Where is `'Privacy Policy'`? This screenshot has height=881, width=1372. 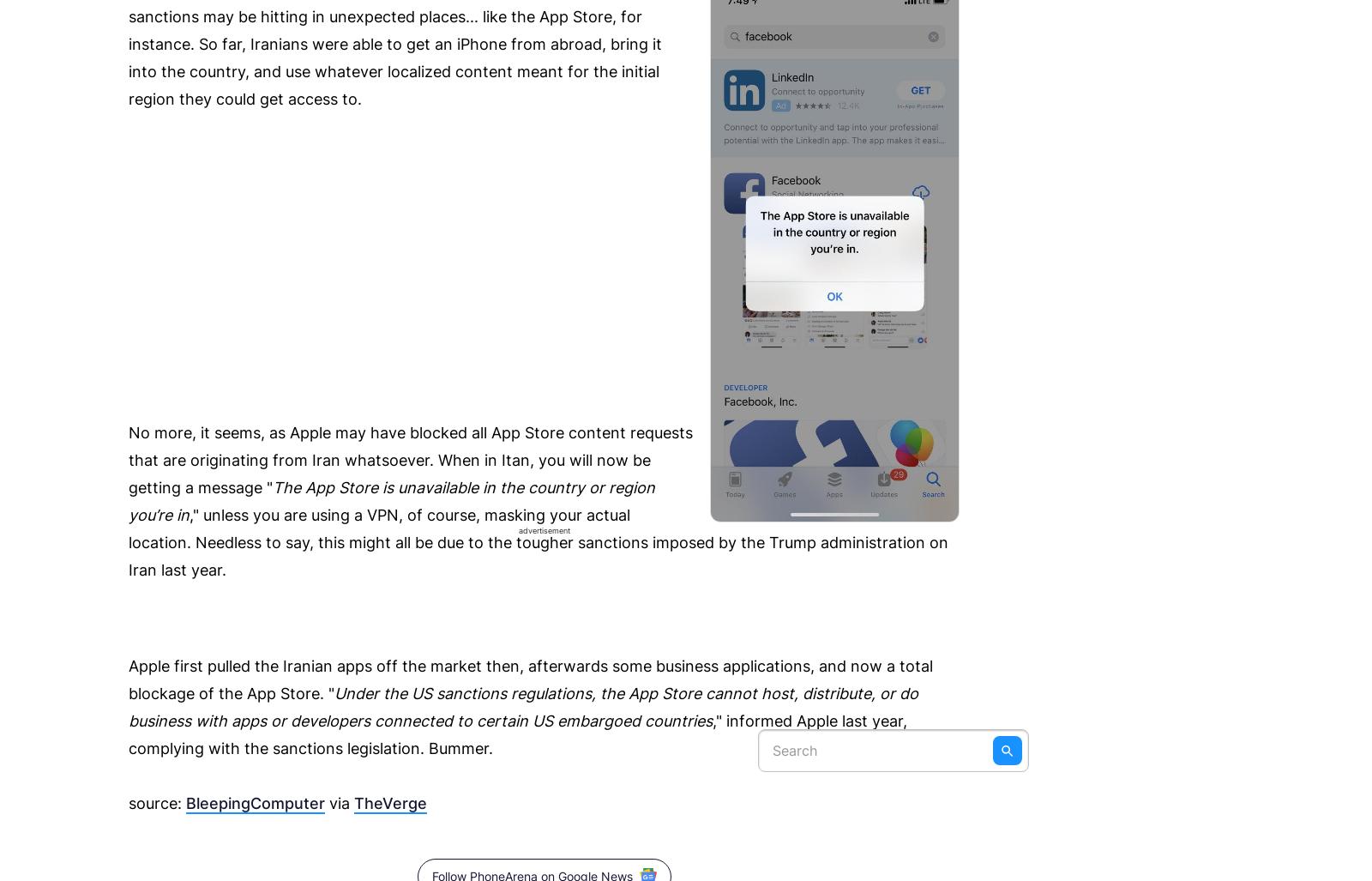 'Privacy Policy' is located at coordinates (726, 65).